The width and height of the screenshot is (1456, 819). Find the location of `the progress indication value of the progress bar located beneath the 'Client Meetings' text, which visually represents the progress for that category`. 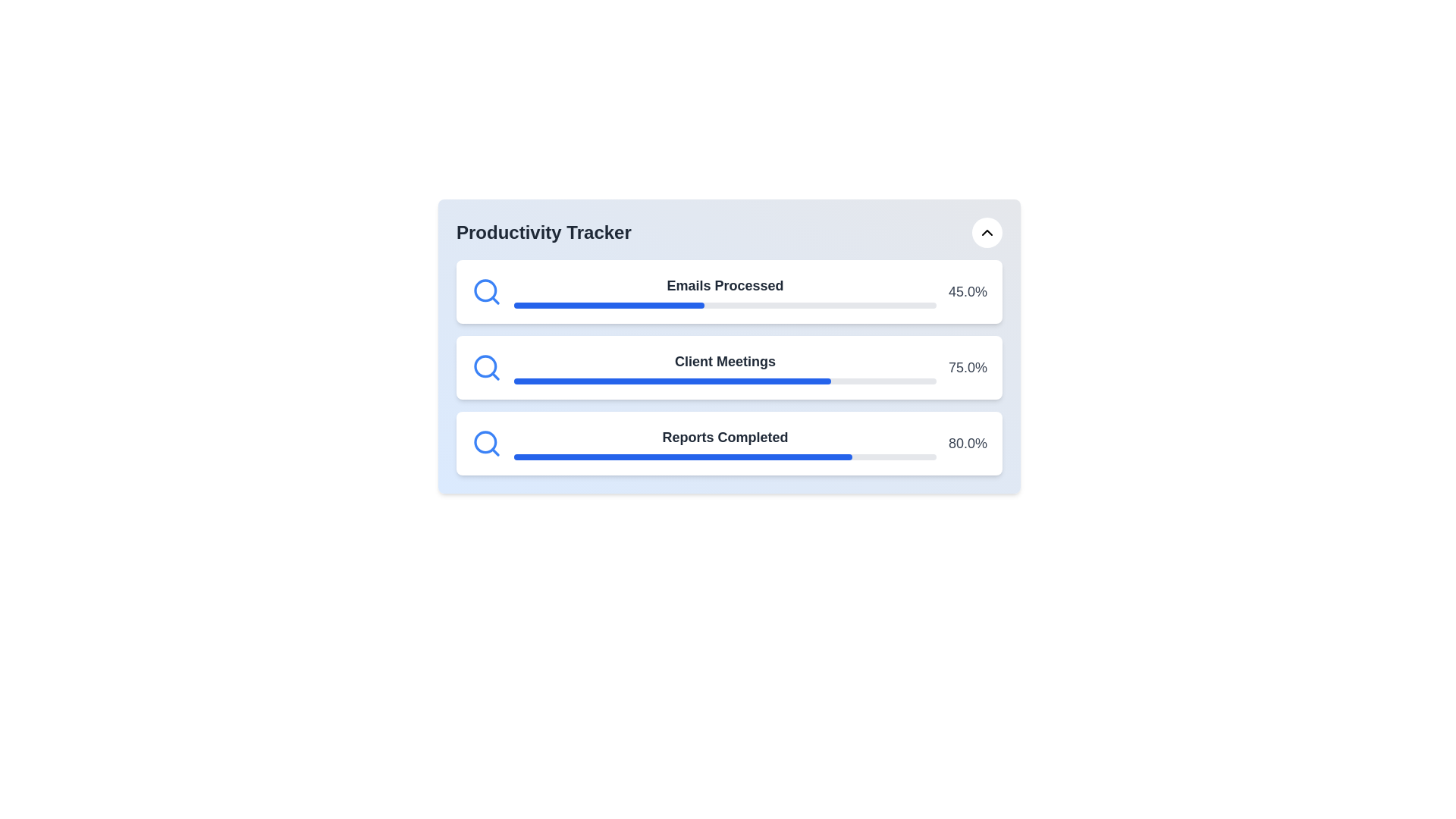

the progress indication value of the progress bar located beneath the 'Client Meetings' text, which visually represents the progress for that category is located at coordinates (724, 380).